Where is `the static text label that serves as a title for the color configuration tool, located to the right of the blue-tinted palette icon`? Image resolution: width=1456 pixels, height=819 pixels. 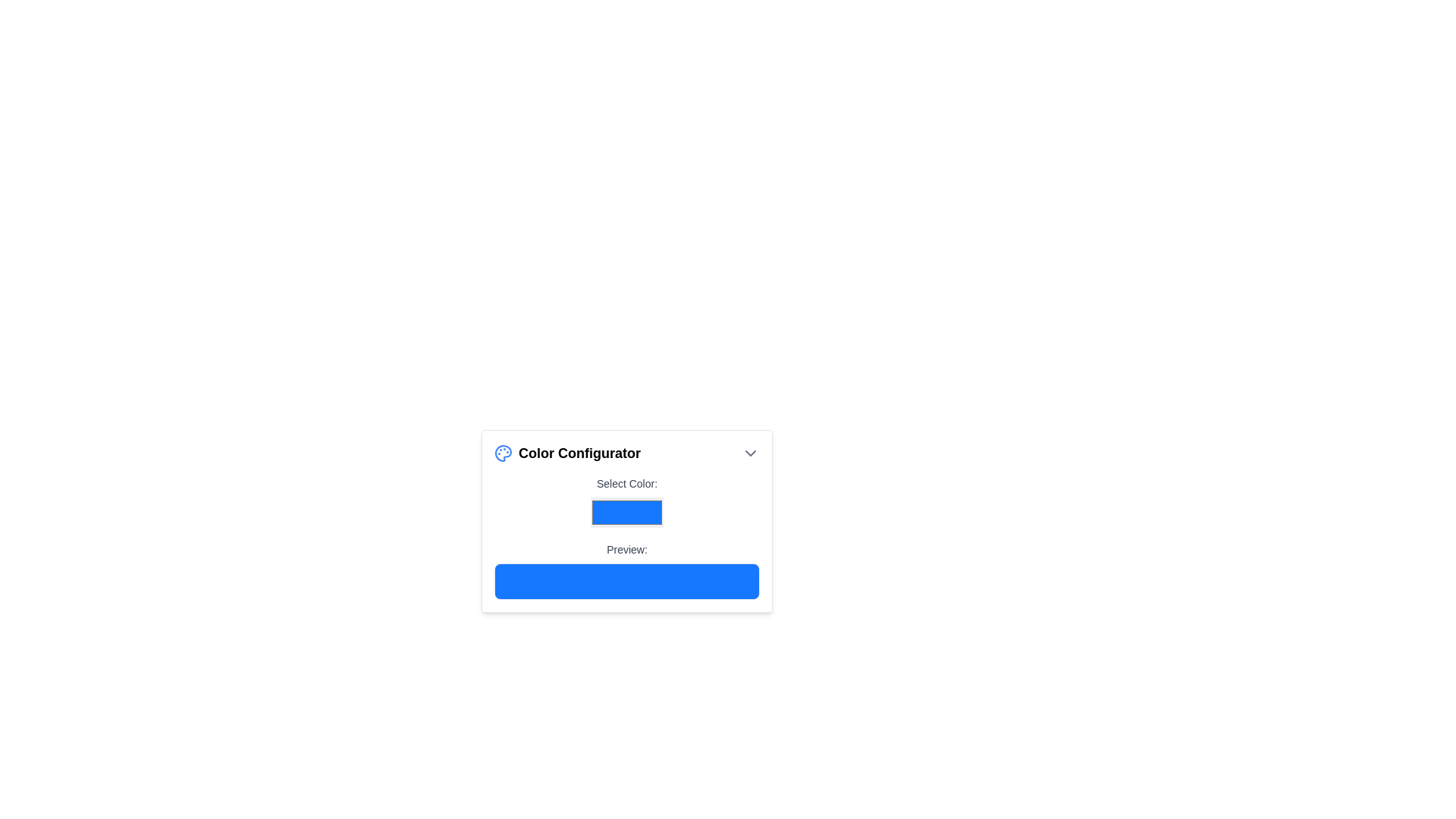 the static text label that serves as a title for the color configuration tool, located to the right of the blue-tinted palette icon is located at coordinates (579, 452).